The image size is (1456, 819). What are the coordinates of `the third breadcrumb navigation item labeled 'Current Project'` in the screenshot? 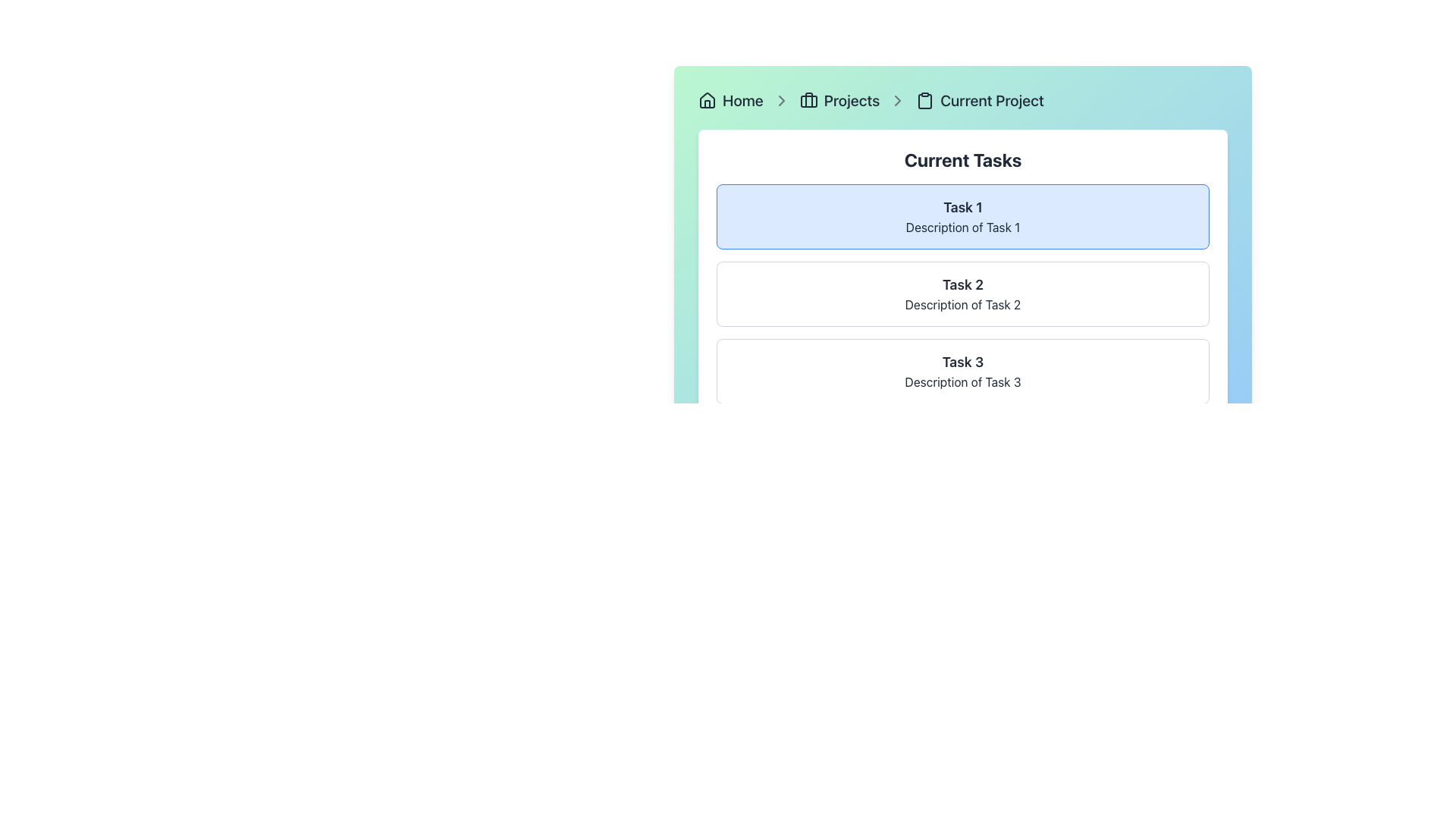 It's located at (980, 100).